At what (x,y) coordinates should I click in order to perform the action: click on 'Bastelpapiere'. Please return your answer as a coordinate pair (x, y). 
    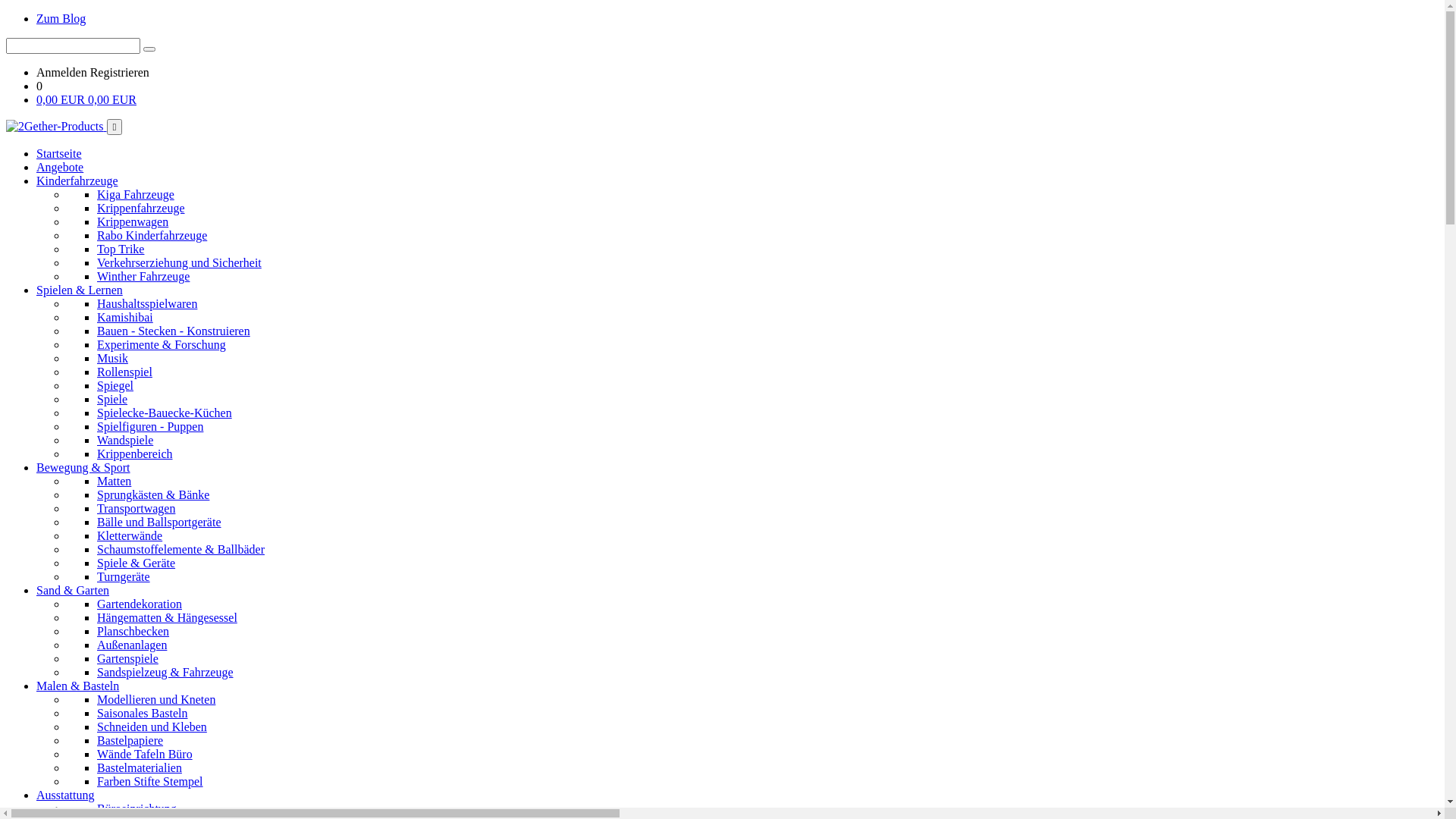
    Looking at the image, I should click on (130, 739).